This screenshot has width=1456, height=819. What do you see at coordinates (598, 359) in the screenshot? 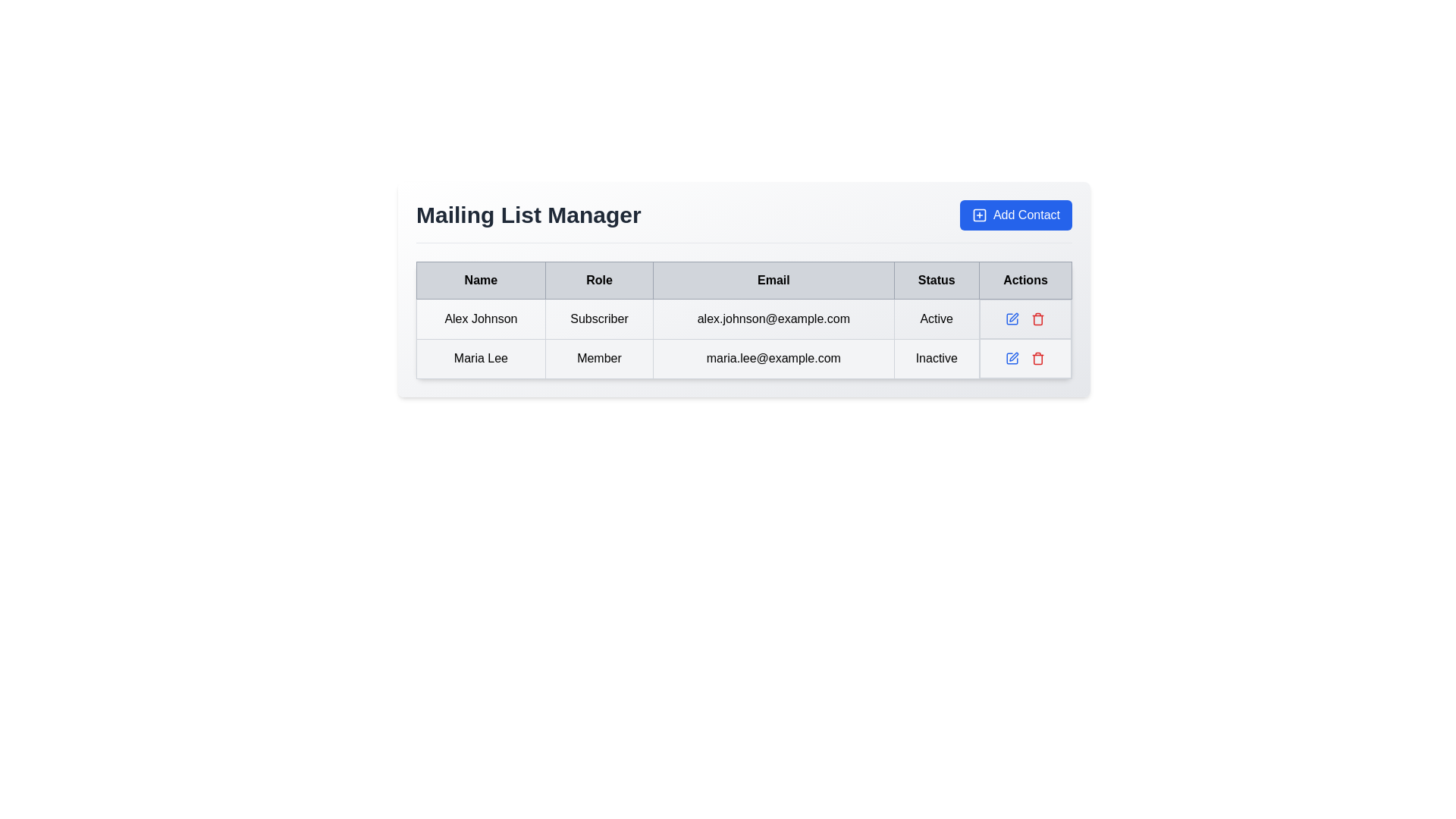
I see `the static text label indicating the role of the user 'Maria Lee' as 'Member' located in the second row of the table under the 'Role' column` at bounding box center [598, 359].